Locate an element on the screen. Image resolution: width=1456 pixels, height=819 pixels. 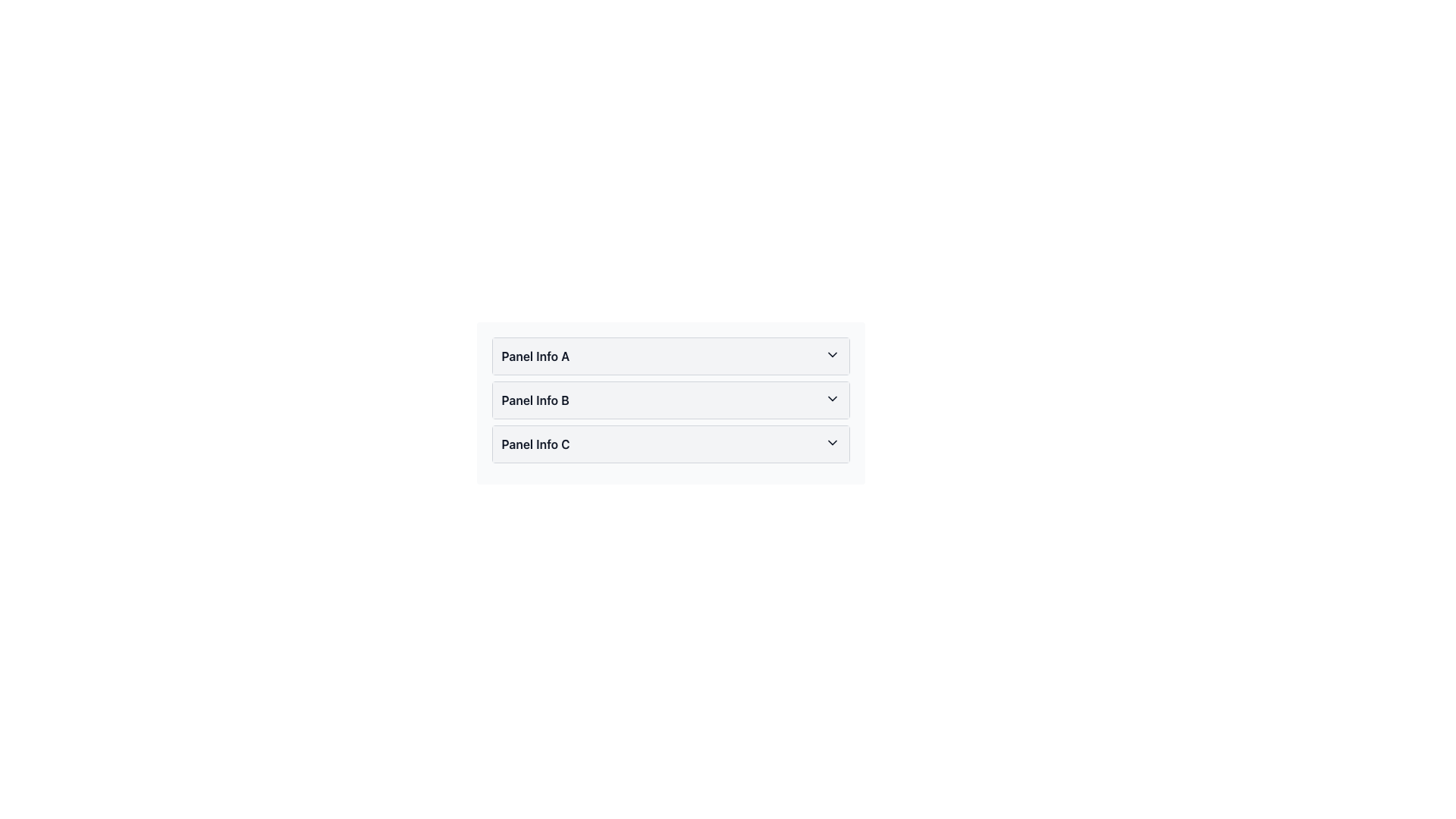
the text label 'Panel Info A', which is part of the topmost expandable panel header, displayed in bold dark gray or black font is located at coordinates (535, 356).